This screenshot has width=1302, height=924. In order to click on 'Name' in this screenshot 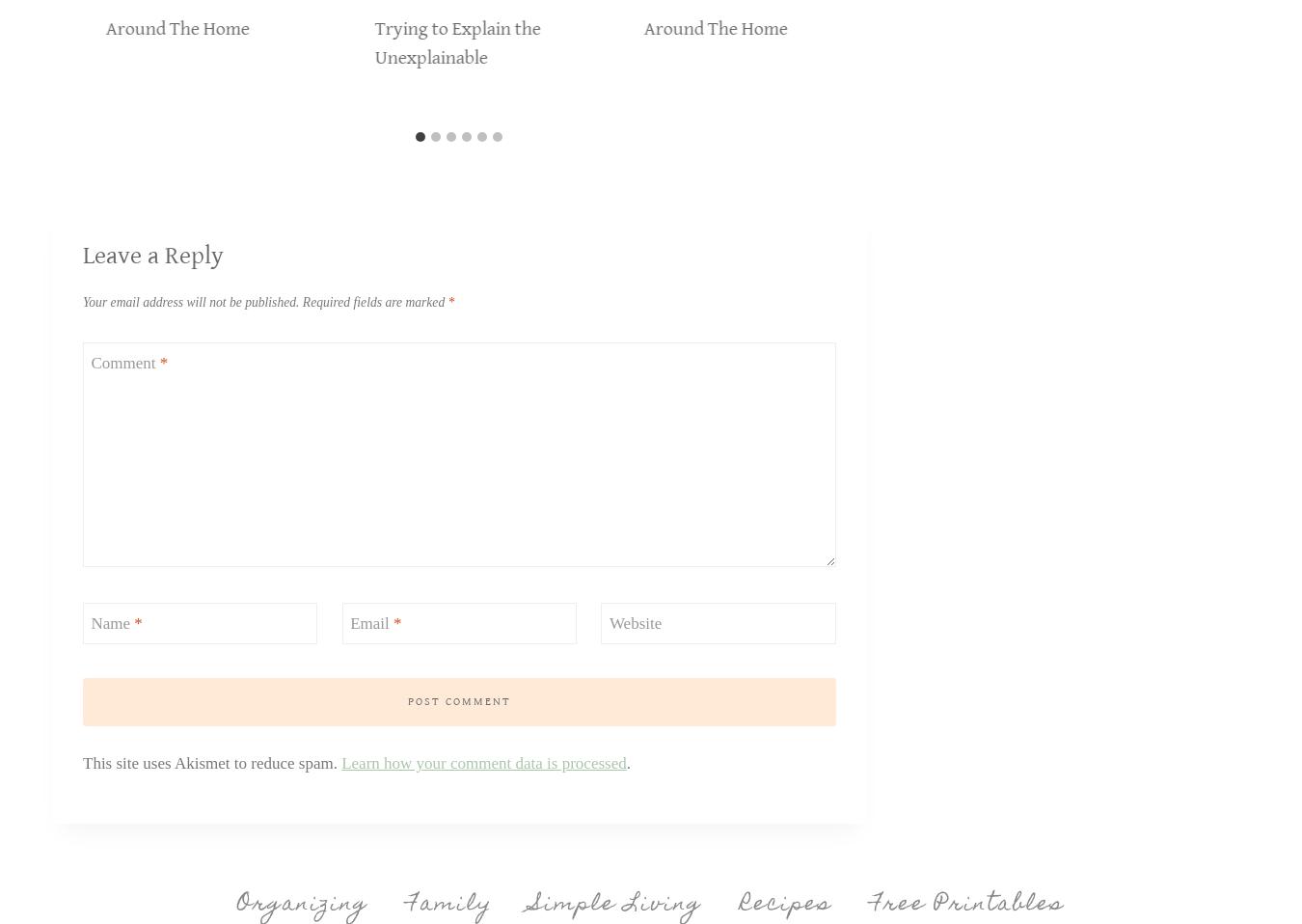, I will do `click(112, 622)`.